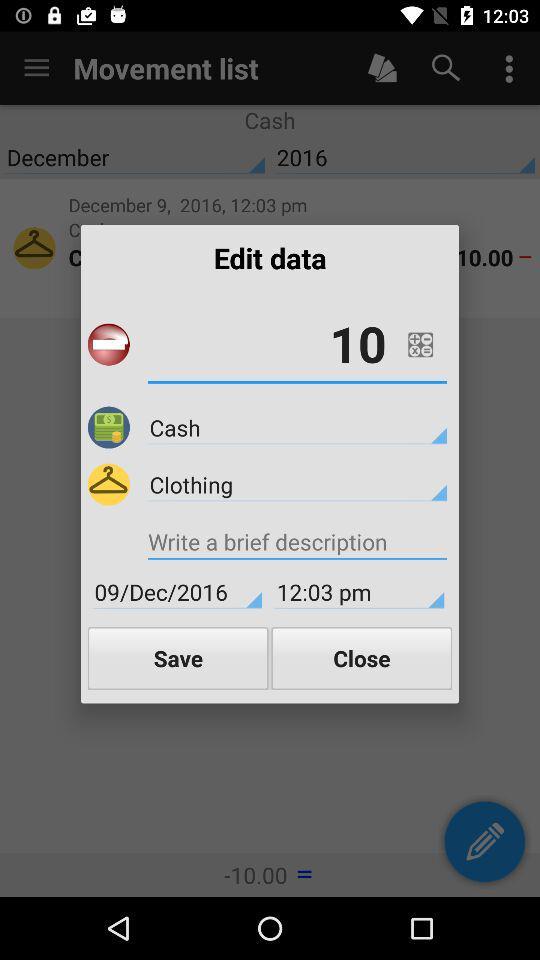  Describe the element at coordinates (296, 427) in the screenshot. I see `the cash` at that location.